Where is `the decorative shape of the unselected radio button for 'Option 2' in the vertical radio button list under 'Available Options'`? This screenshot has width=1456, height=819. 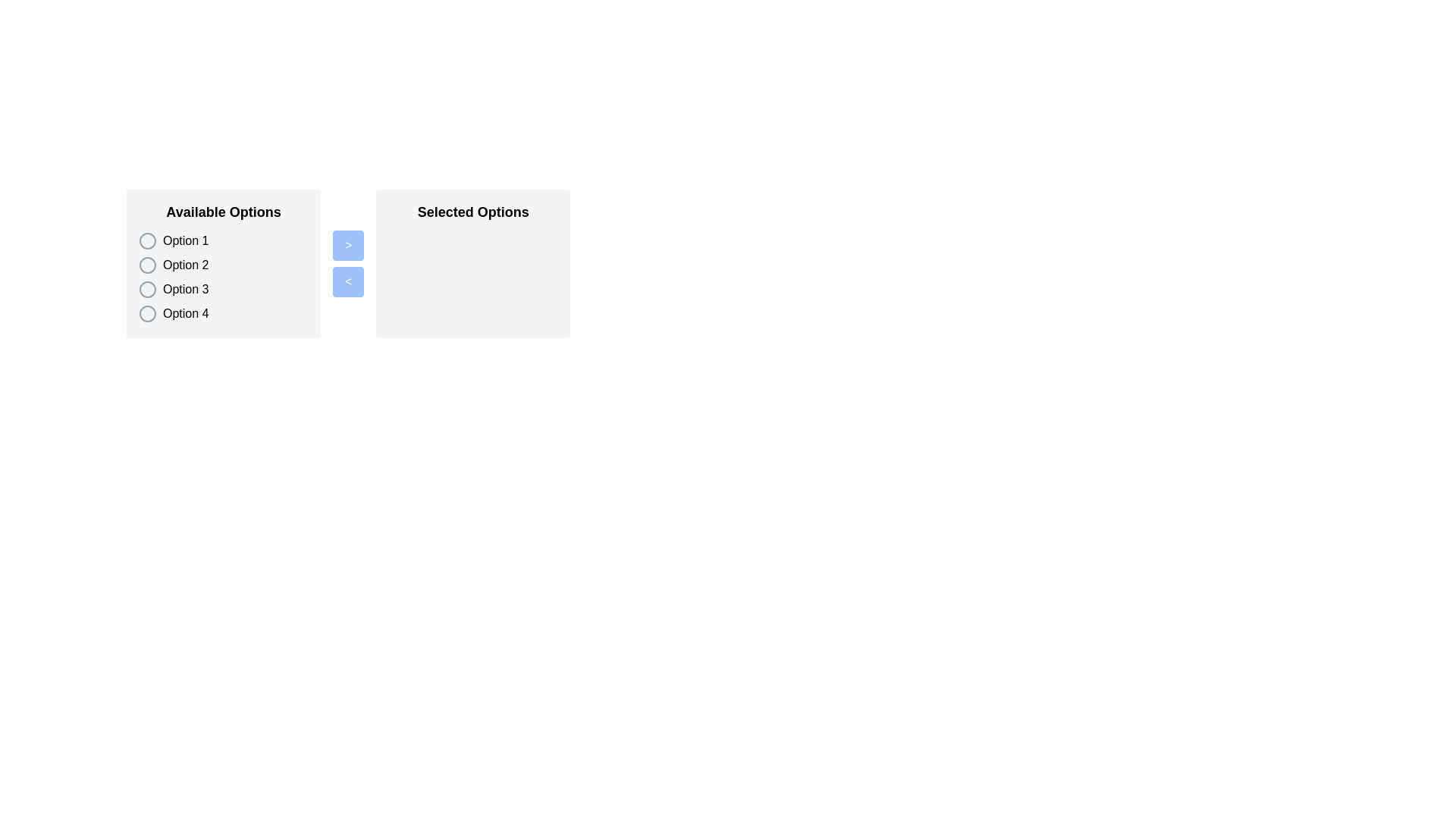
the decorative shape of the unselected radio button for 'Option 2' in the vertical radio button list under 'Available Options' is located at coordinates (148, 265).